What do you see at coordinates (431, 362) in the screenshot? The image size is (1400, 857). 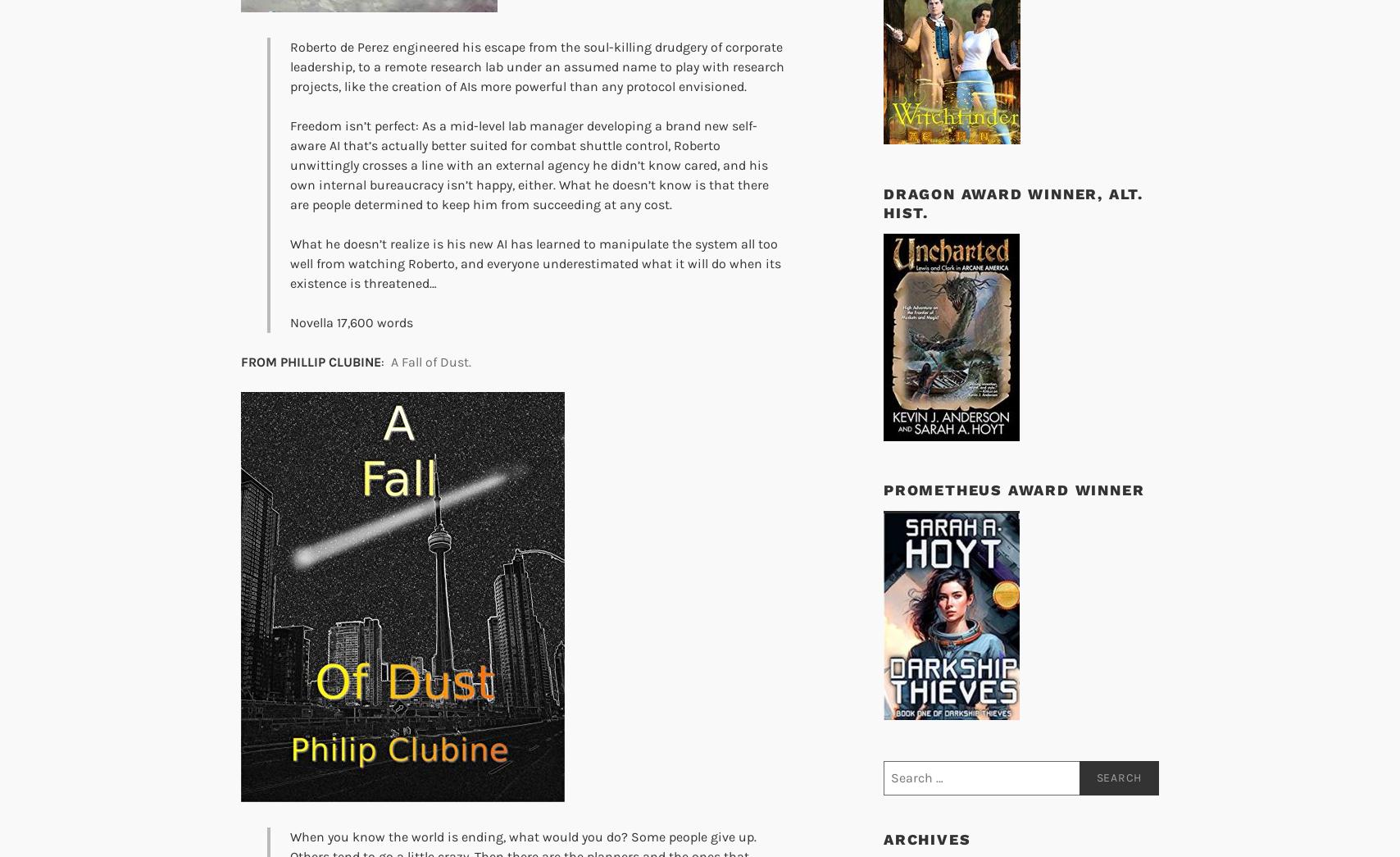 I see `'A Fall of Dust.'` at bounding box center [431, 362].